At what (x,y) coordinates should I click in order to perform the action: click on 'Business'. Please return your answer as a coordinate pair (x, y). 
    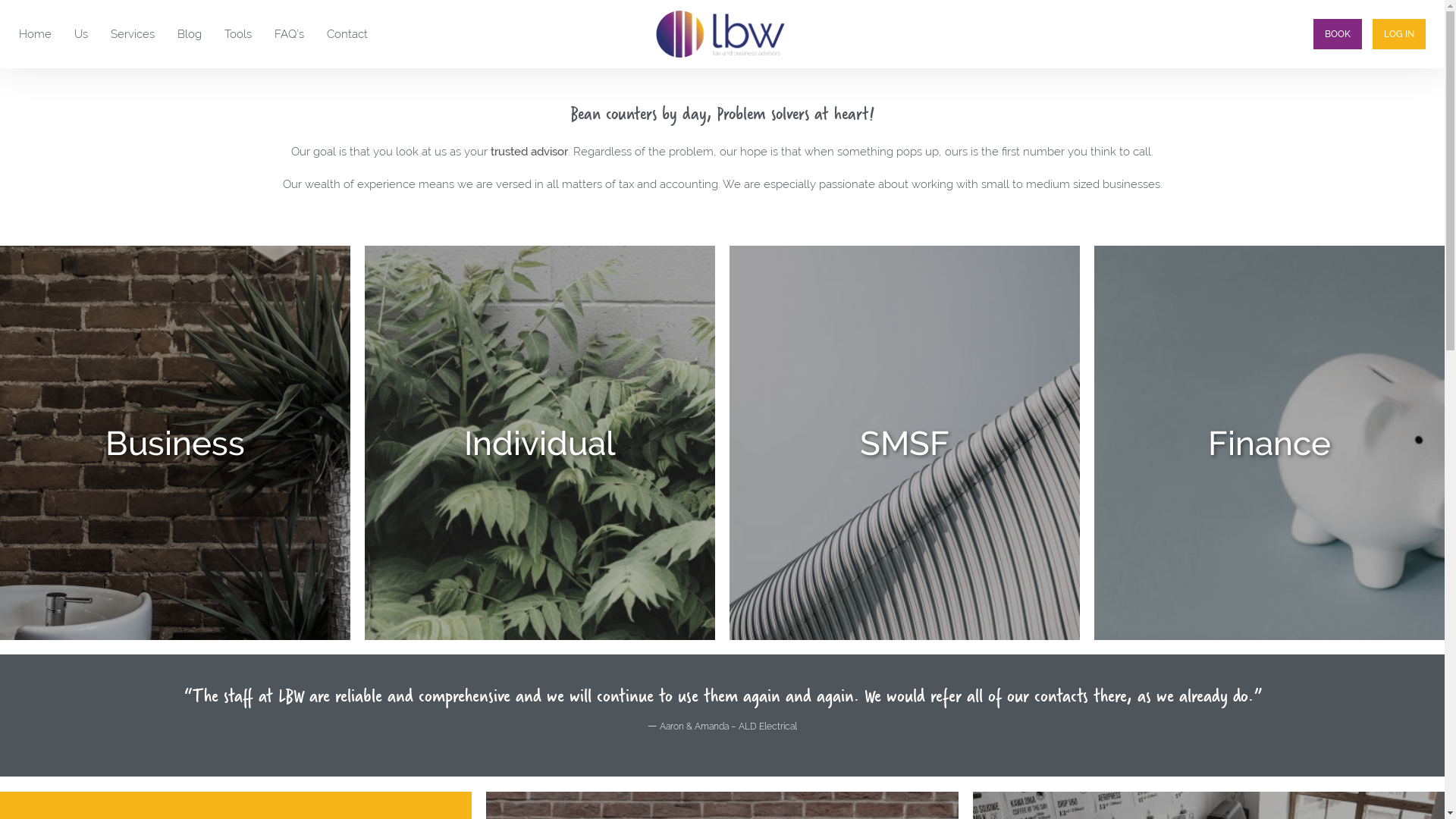
    Looking at the image, I should click on (174, 442).